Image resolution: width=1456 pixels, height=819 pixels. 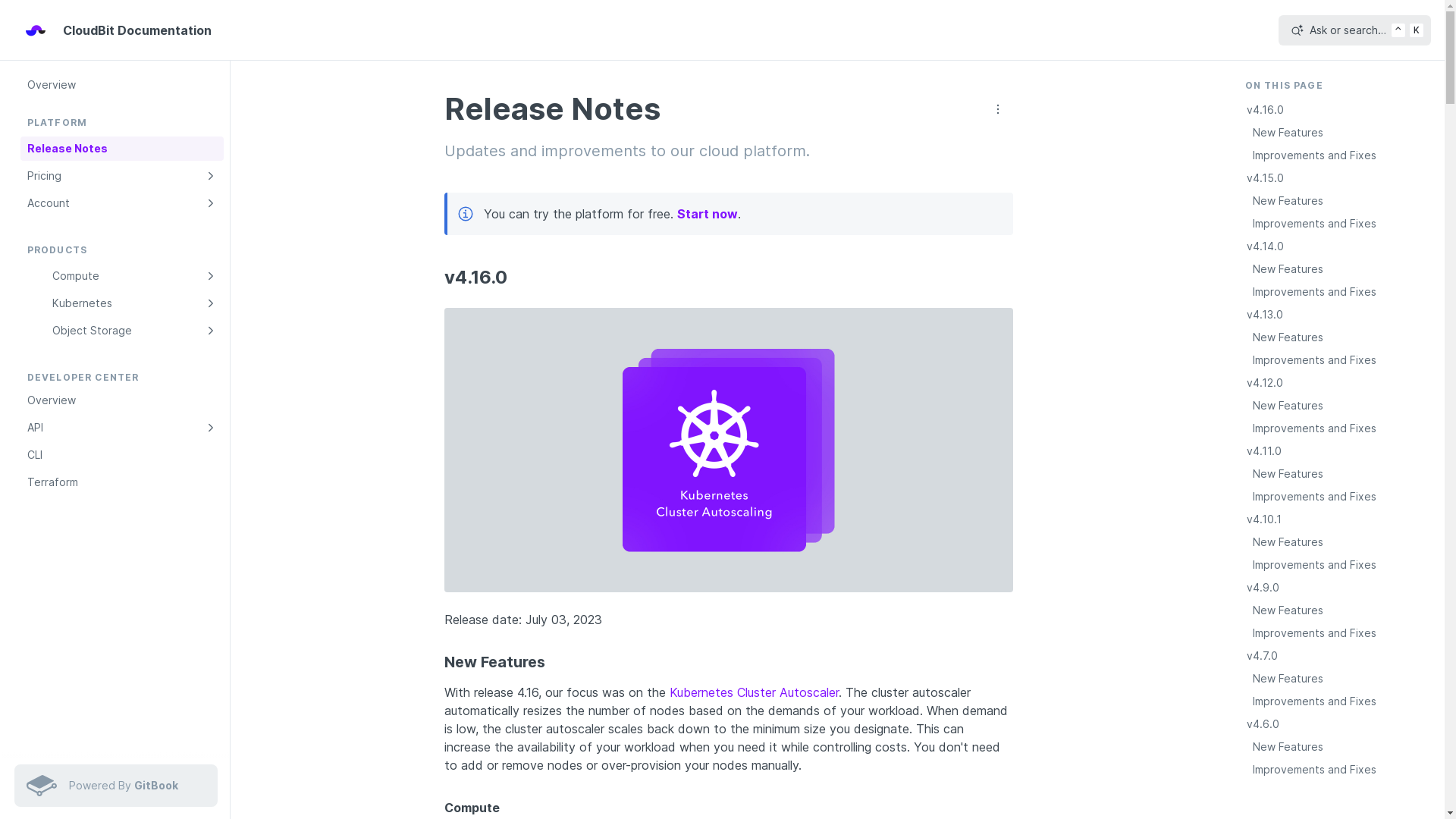 I want to click on 'CLI', so click(x=120, y=454).